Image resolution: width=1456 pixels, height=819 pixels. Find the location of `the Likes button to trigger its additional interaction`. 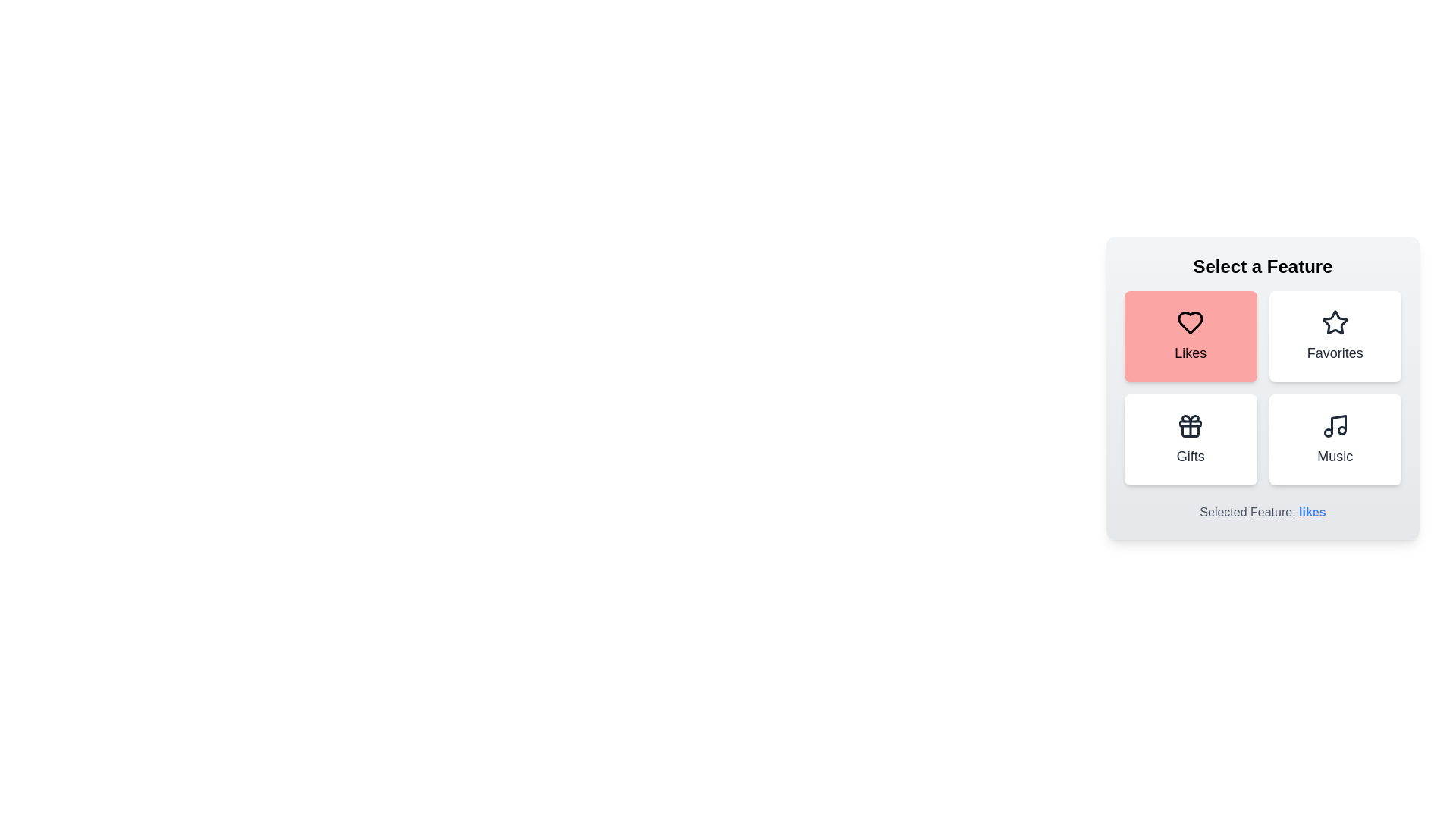

the Likes button to trigger its additional interaction is located at coordinates (1190, 335).